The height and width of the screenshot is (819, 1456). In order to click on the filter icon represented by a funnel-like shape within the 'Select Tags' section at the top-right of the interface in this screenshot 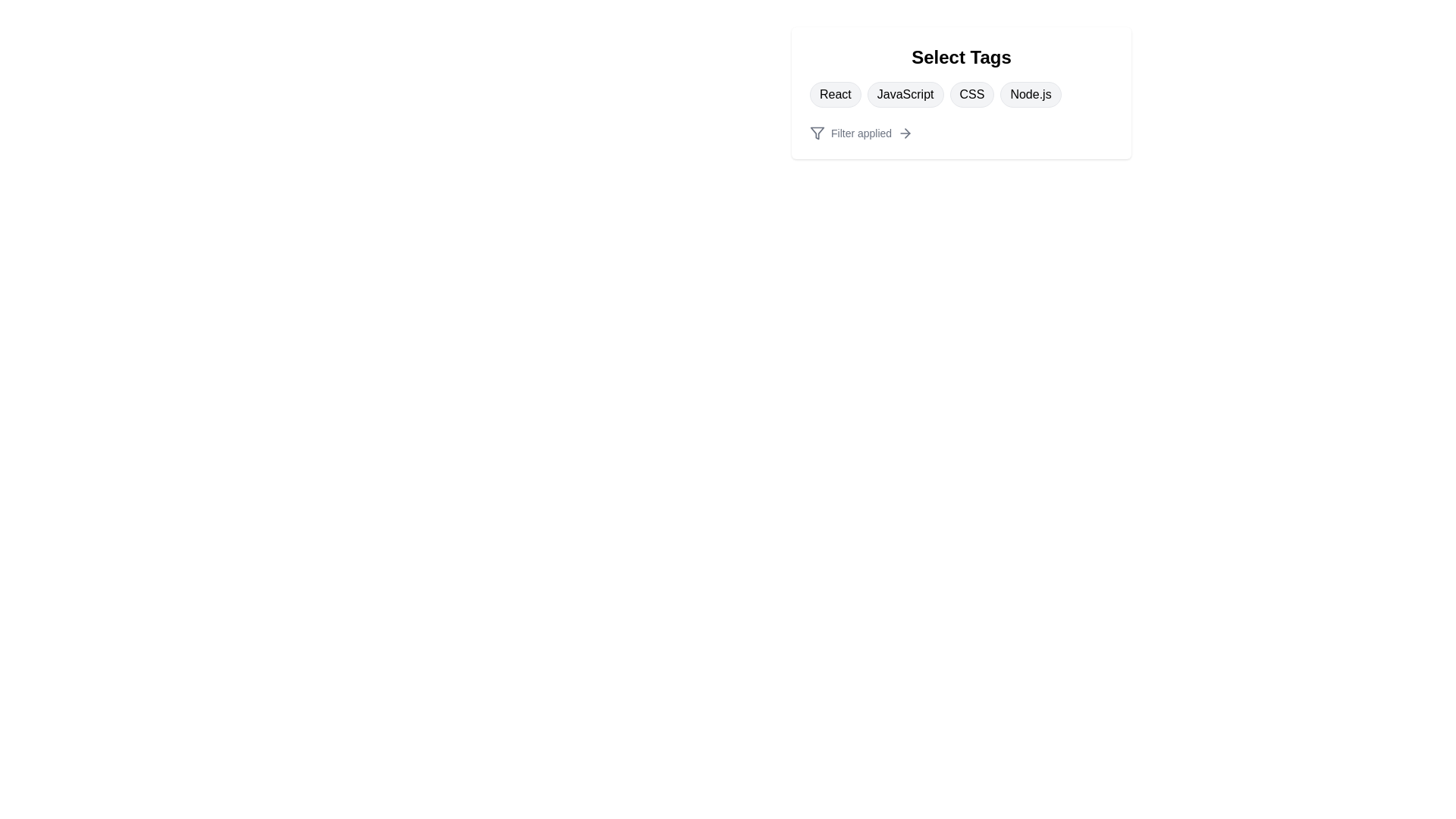, I will do `click(817, 133)`.